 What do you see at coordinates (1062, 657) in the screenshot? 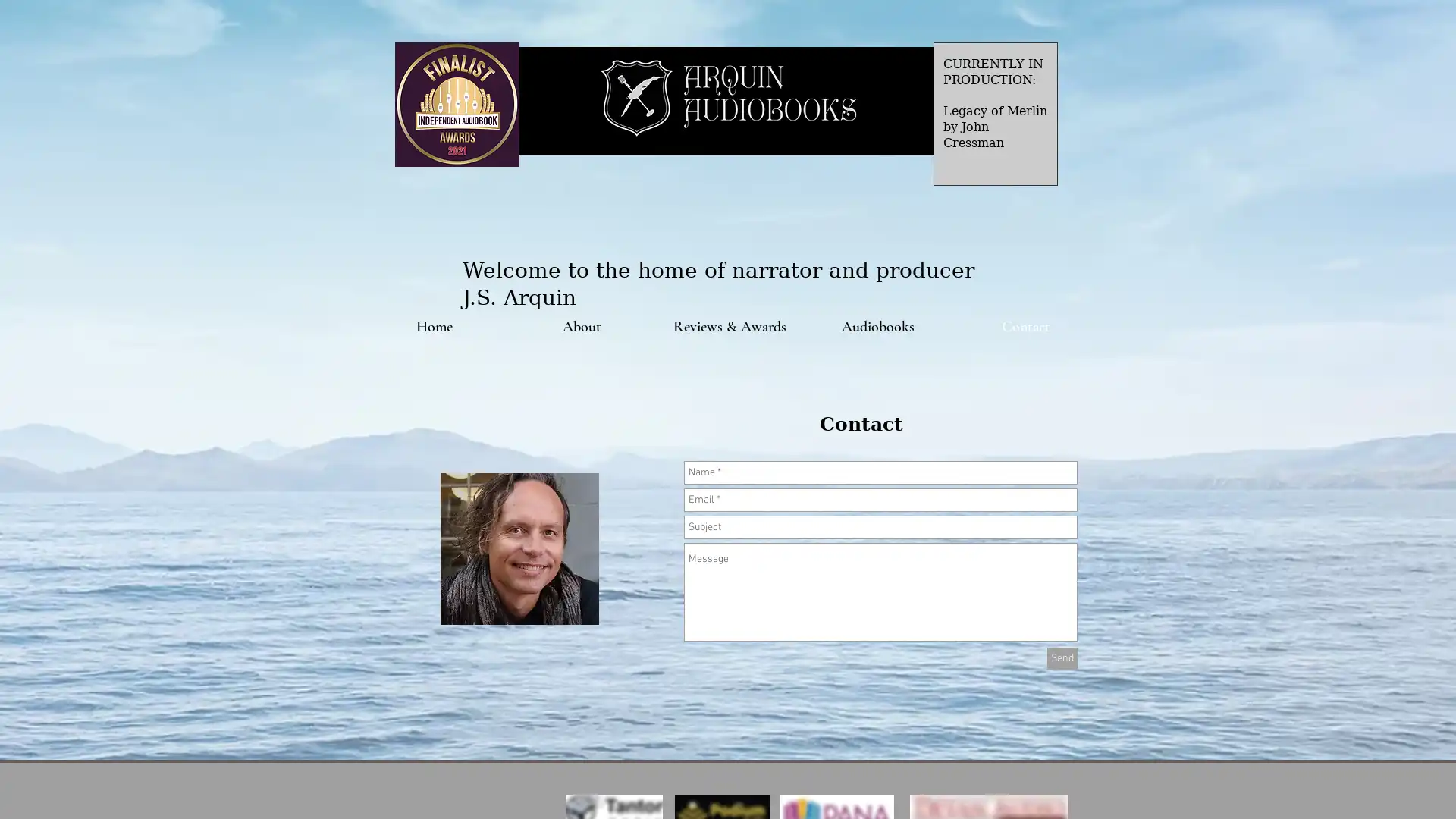
I see `Send` at bounding box center [1062, 657].